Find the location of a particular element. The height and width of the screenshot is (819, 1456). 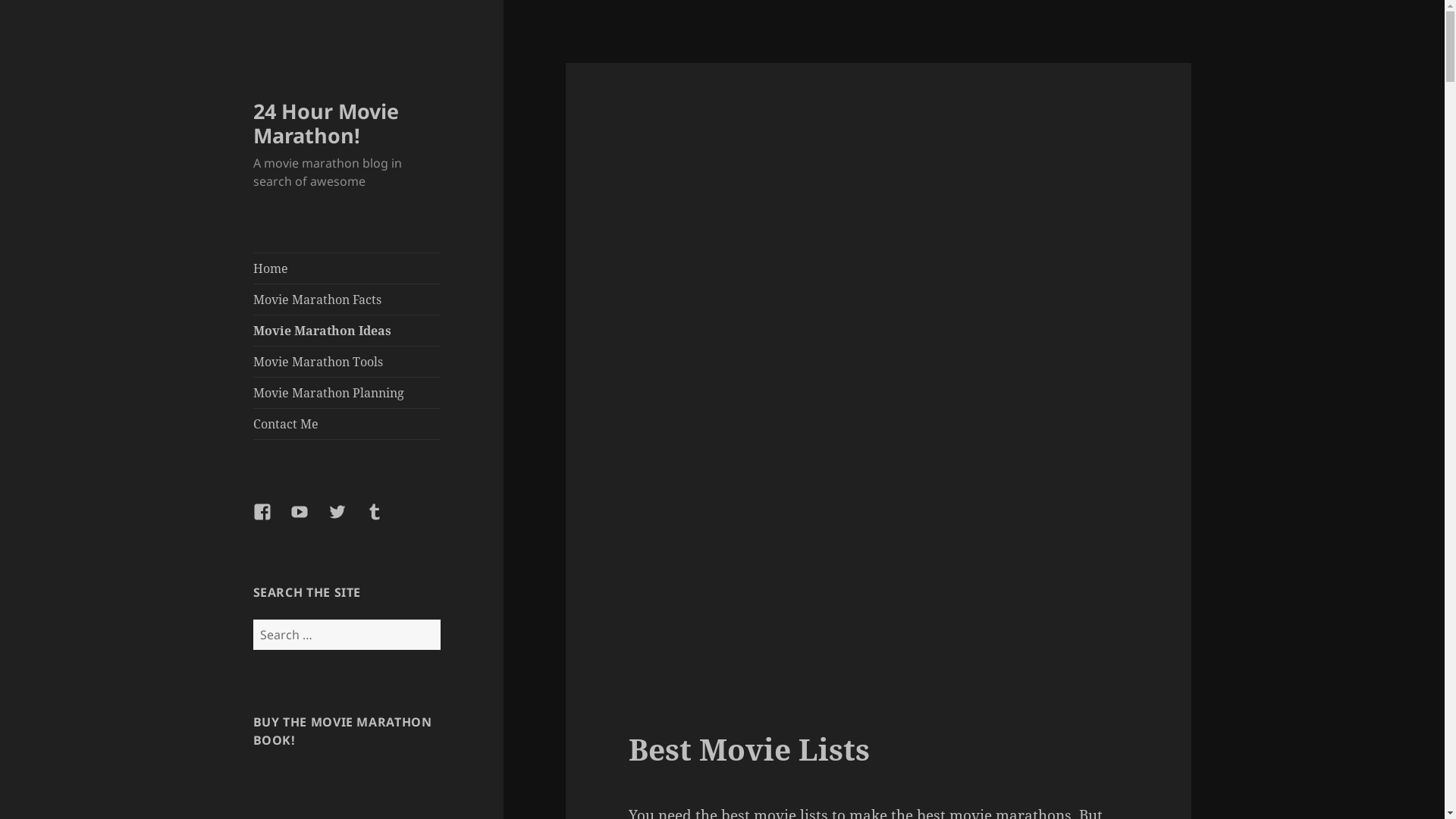

'Movie Marathon Planning' is located at coordinates (253, 391).